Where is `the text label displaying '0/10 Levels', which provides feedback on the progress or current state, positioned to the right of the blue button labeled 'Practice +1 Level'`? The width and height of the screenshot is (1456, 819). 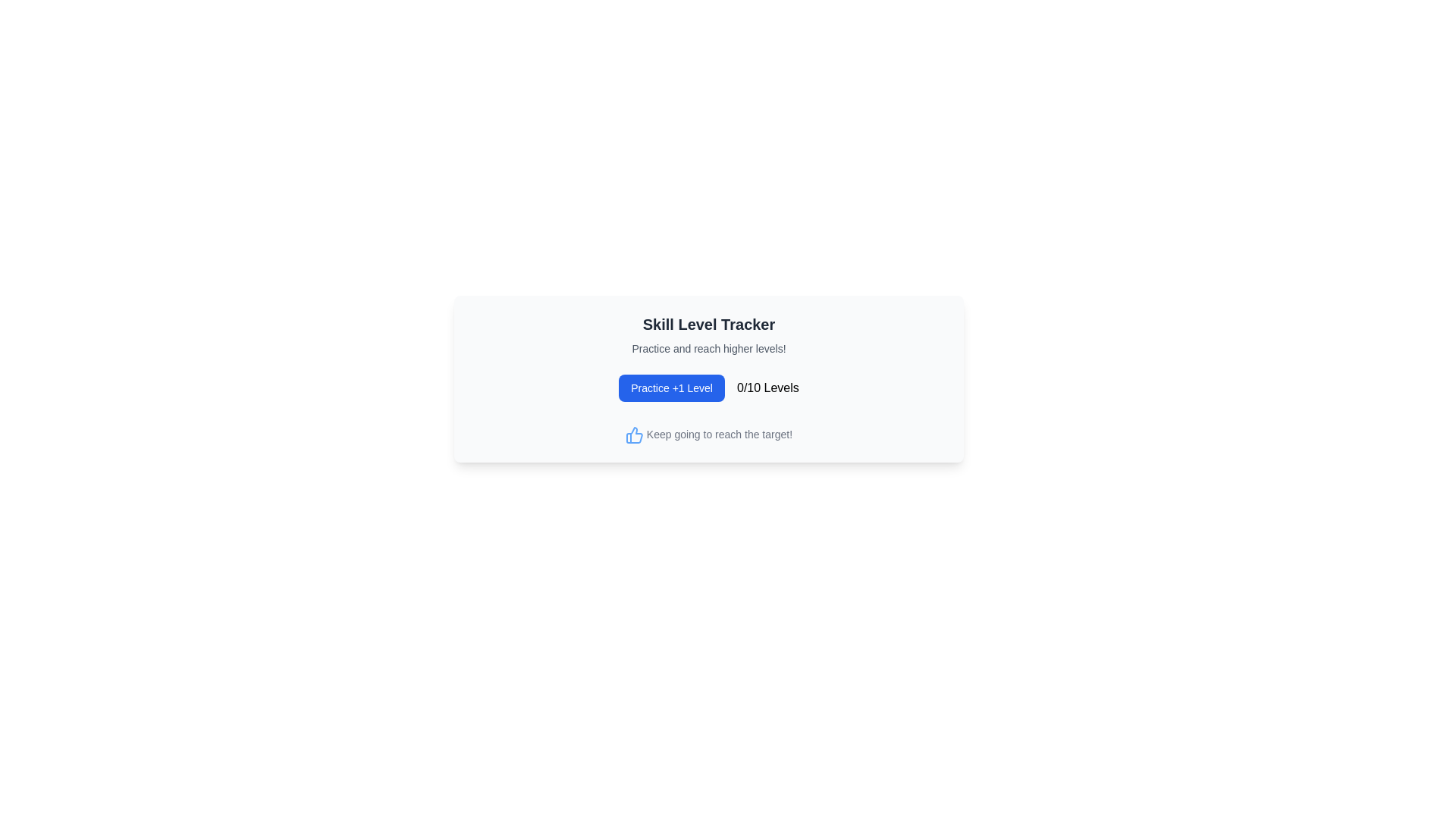 the text label displaying '0/10 Levels', which provides feedback on the progress or current state, positioned to the right of the blue button labeled 'Practice +1 Level' is located at coordinates (767, 388).